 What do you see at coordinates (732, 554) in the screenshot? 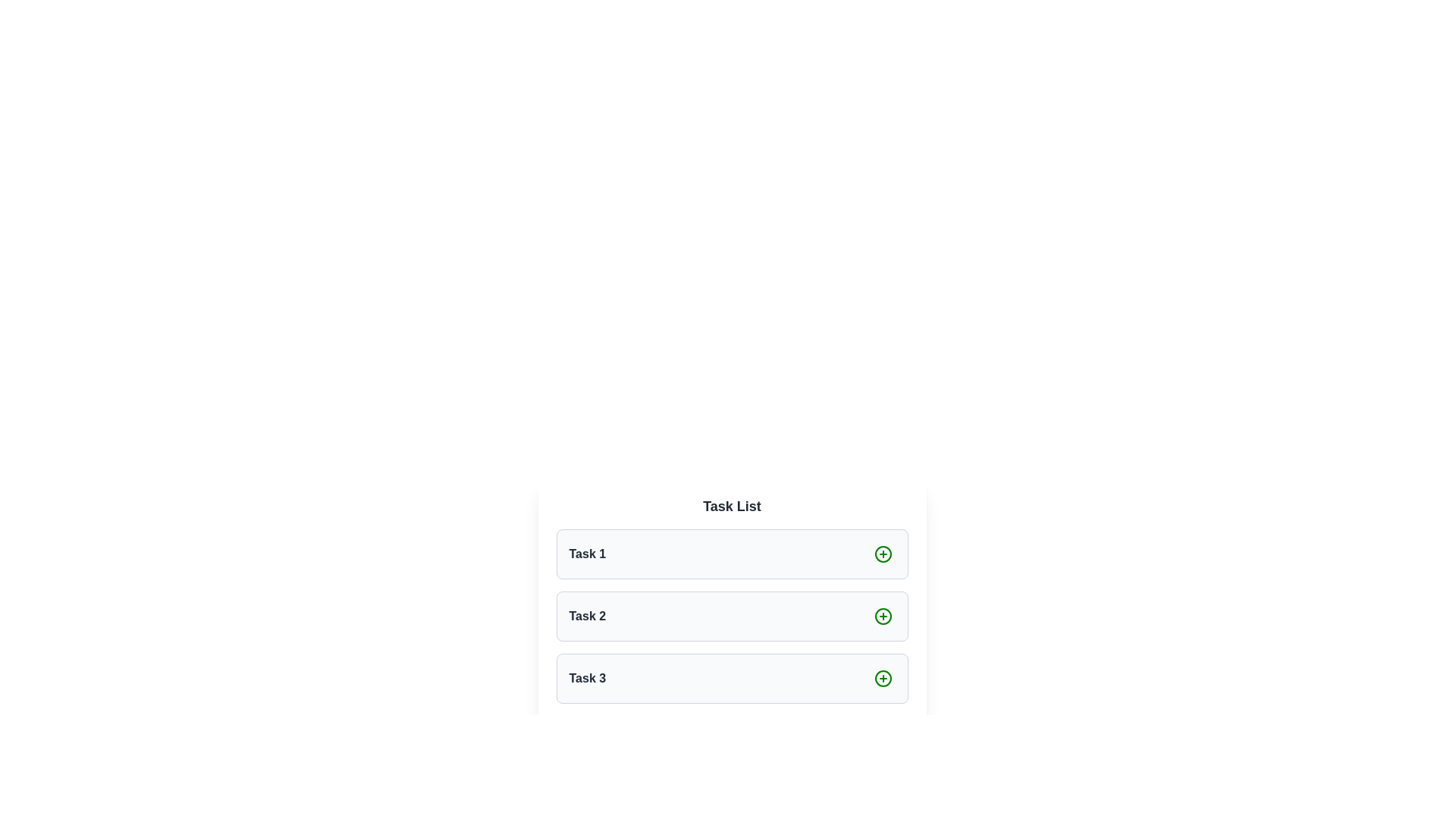
I see `the task item labeled 'Task 1'` at bounding box center [732, 554].